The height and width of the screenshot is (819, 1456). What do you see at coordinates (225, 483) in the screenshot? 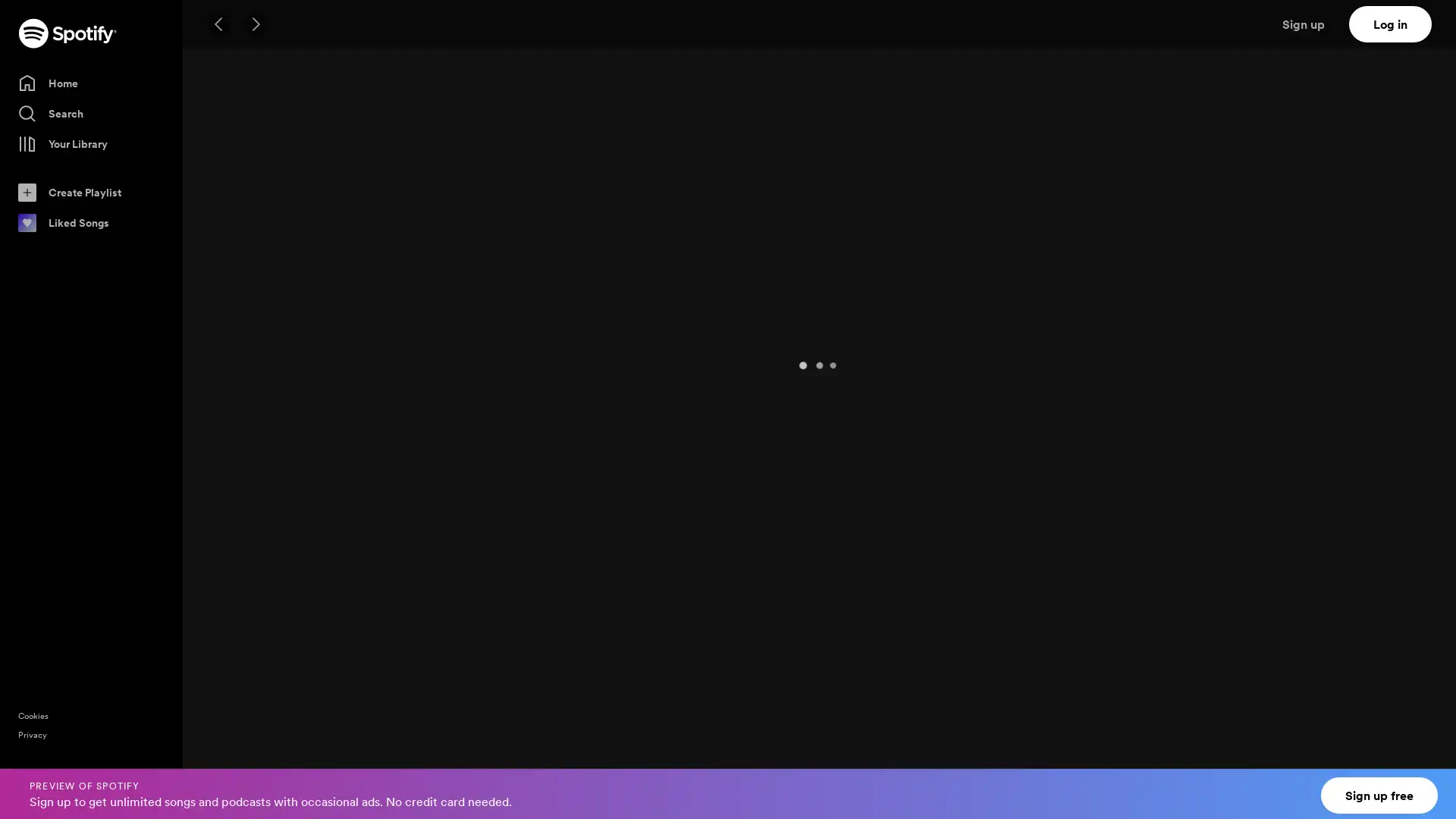
I see `Play Rain as Cure by White Ward` at bounding box center [225, 483].